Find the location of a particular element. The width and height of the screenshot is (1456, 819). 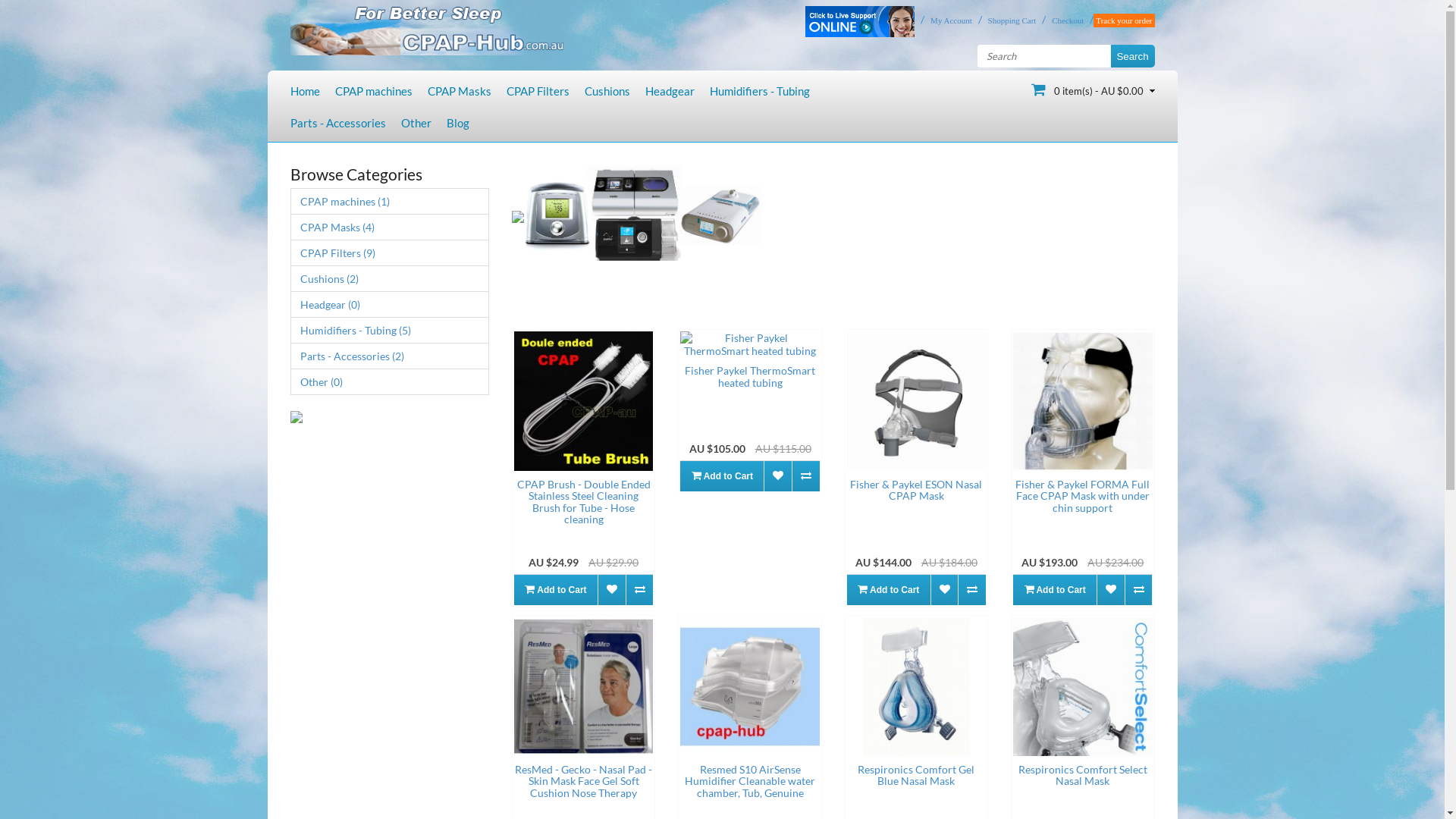

'Search' is located at coordinates (1131, 55).